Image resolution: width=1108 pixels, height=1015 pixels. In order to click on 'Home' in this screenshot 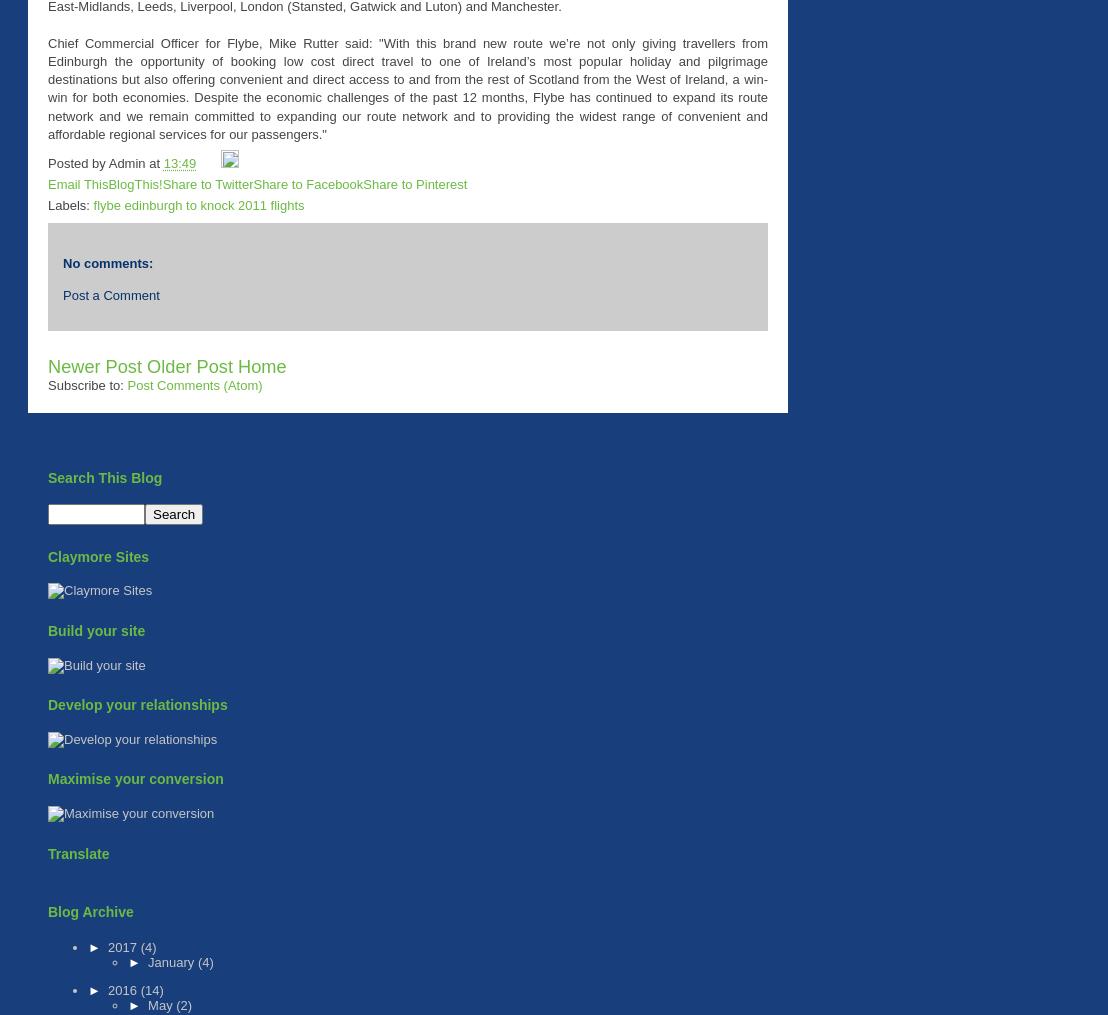, I will do `click(261, 366)`.